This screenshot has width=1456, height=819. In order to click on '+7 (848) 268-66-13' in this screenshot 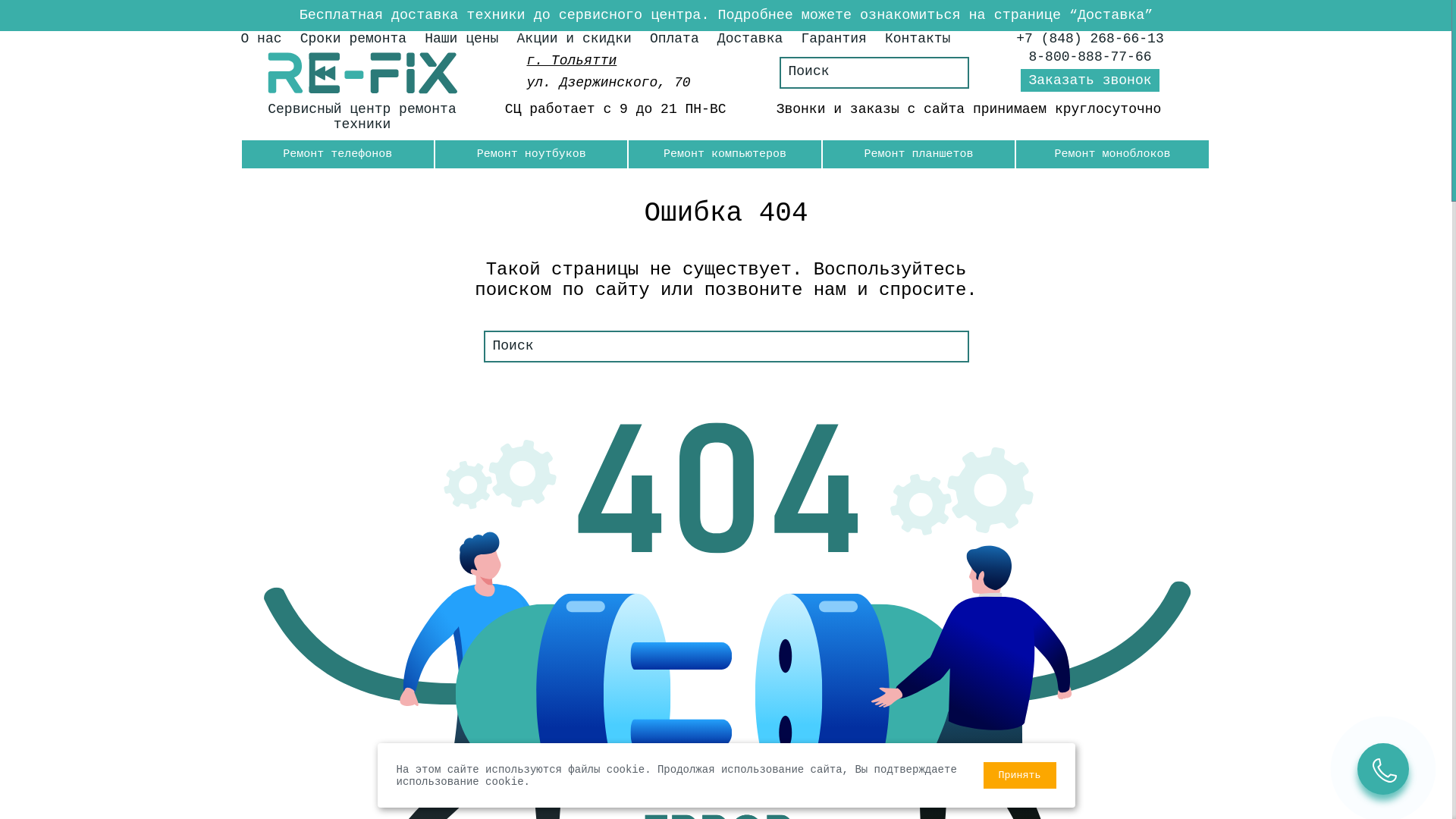, I will do `click(1088, 37)`.